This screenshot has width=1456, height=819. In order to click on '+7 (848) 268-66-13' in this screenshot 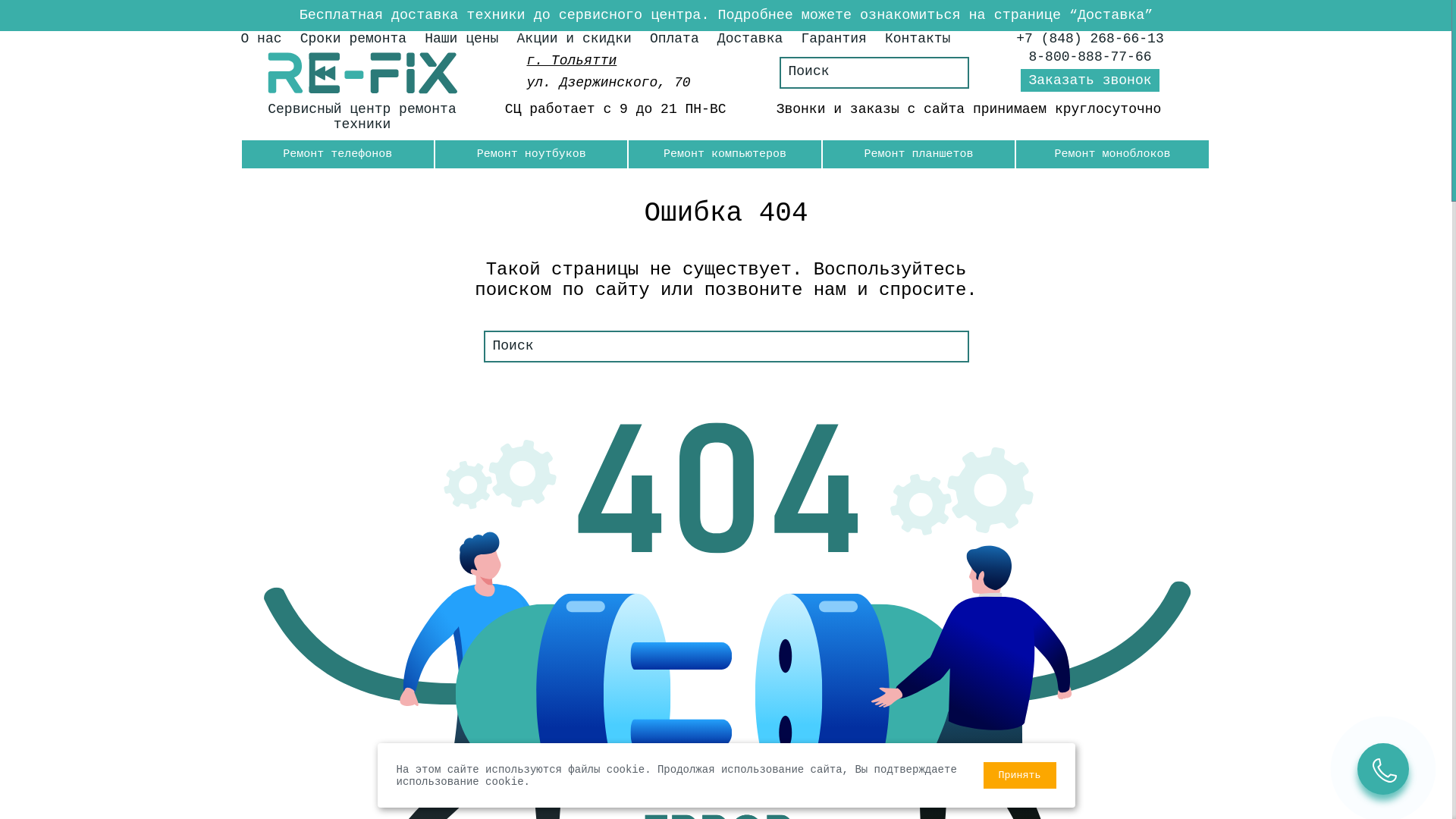, I will do `click(1088, 37)`.